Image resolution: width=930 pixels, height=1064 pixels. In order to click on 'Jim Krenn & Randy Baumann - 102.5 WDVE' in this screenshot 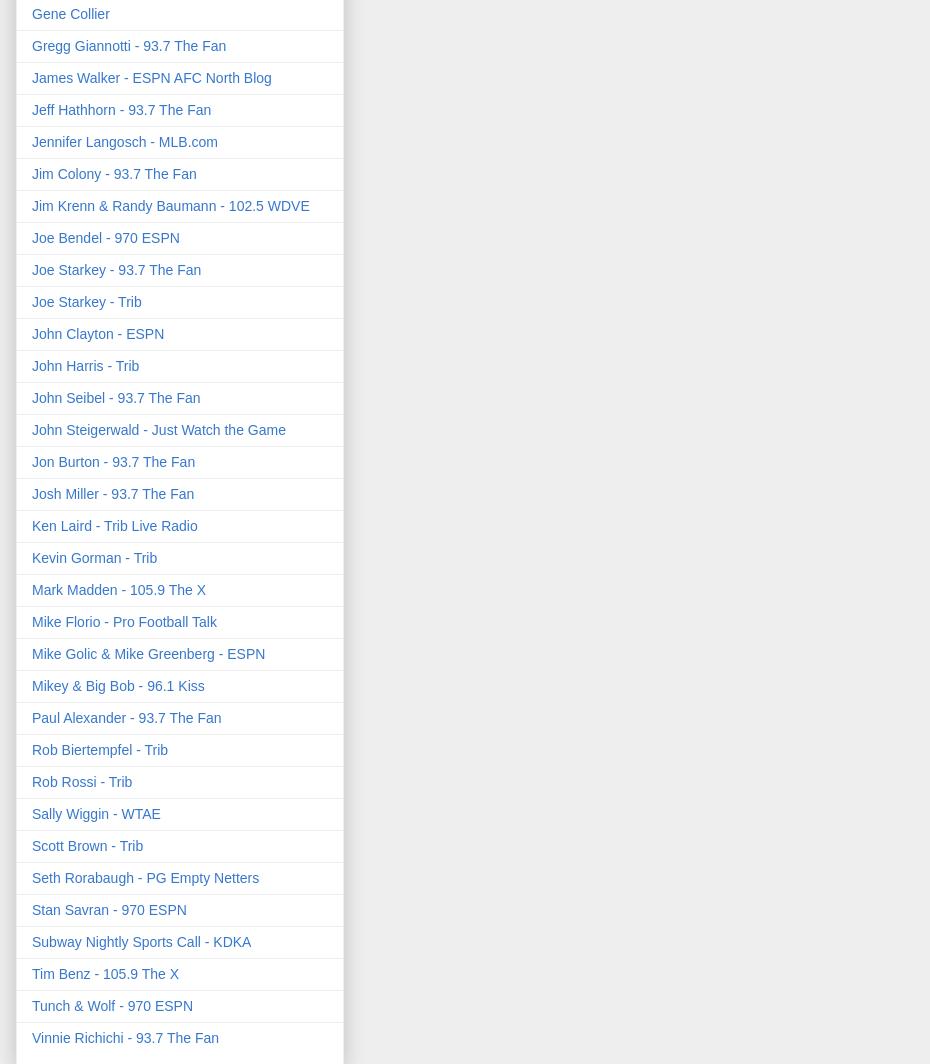, I will do `click(169, 205)`.